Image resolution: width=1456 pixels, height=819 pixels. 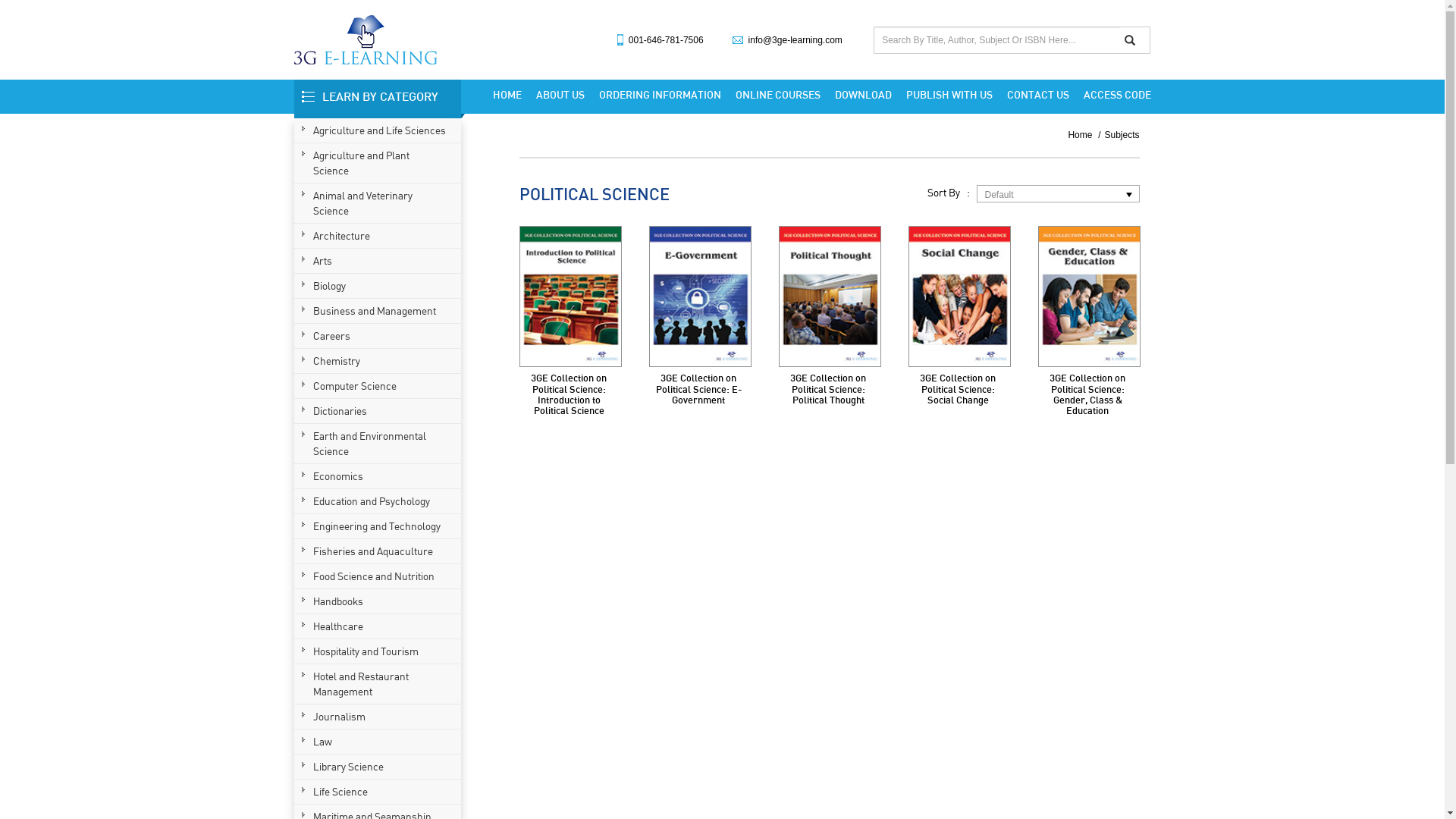 What do you see at coordinates (729, 94) in the screenshot?
I see `'ONLINE COURSES'` at bounding box center [729, 94].